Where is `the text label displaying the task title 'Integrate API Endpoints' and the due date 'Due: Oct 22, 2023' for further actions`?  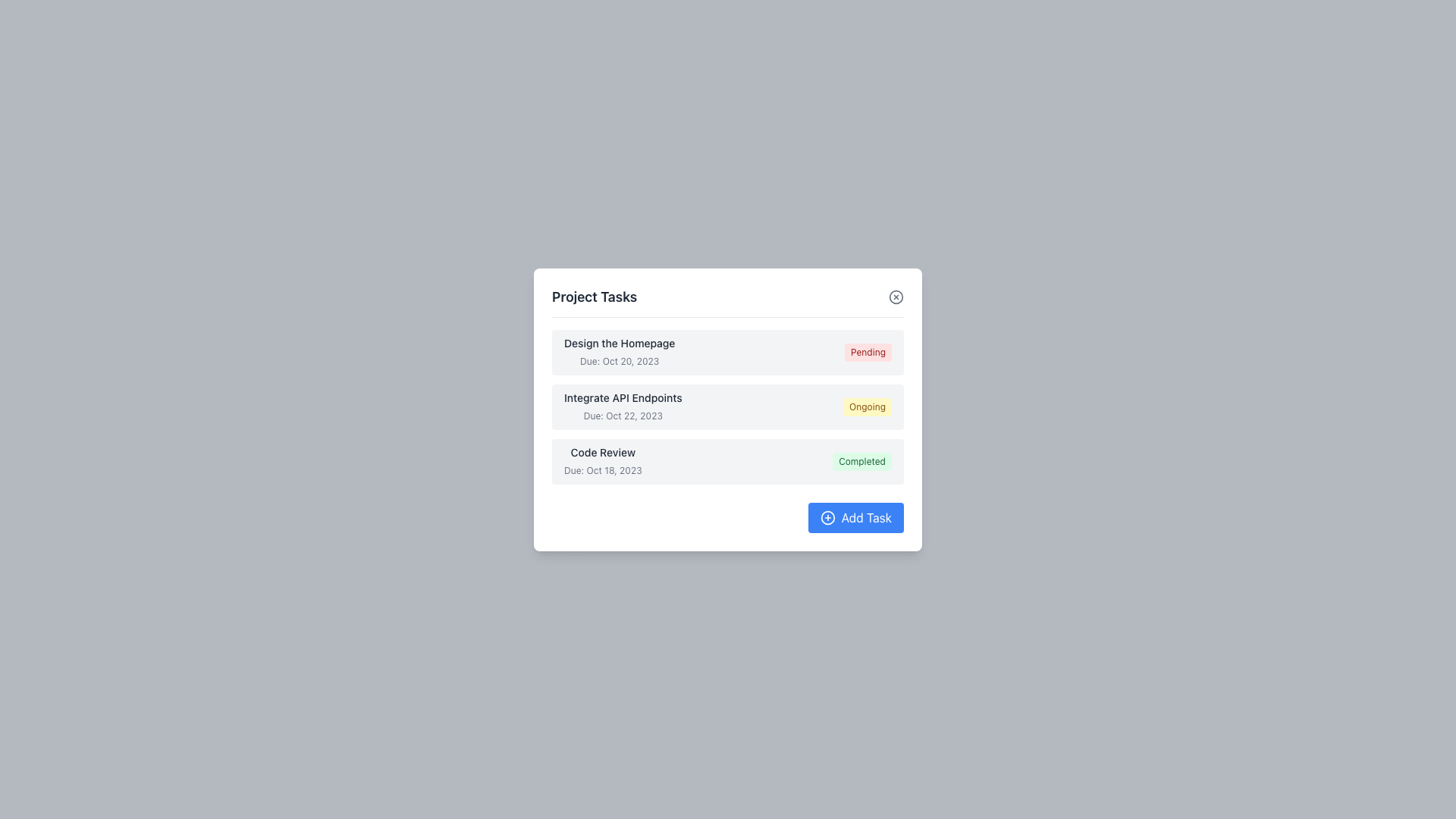 the text label displaying the task title 'Integrate API Endpoints' and the due date 'Due: Oct 22, 2023' for further actions is located at coordinates (623, 406).